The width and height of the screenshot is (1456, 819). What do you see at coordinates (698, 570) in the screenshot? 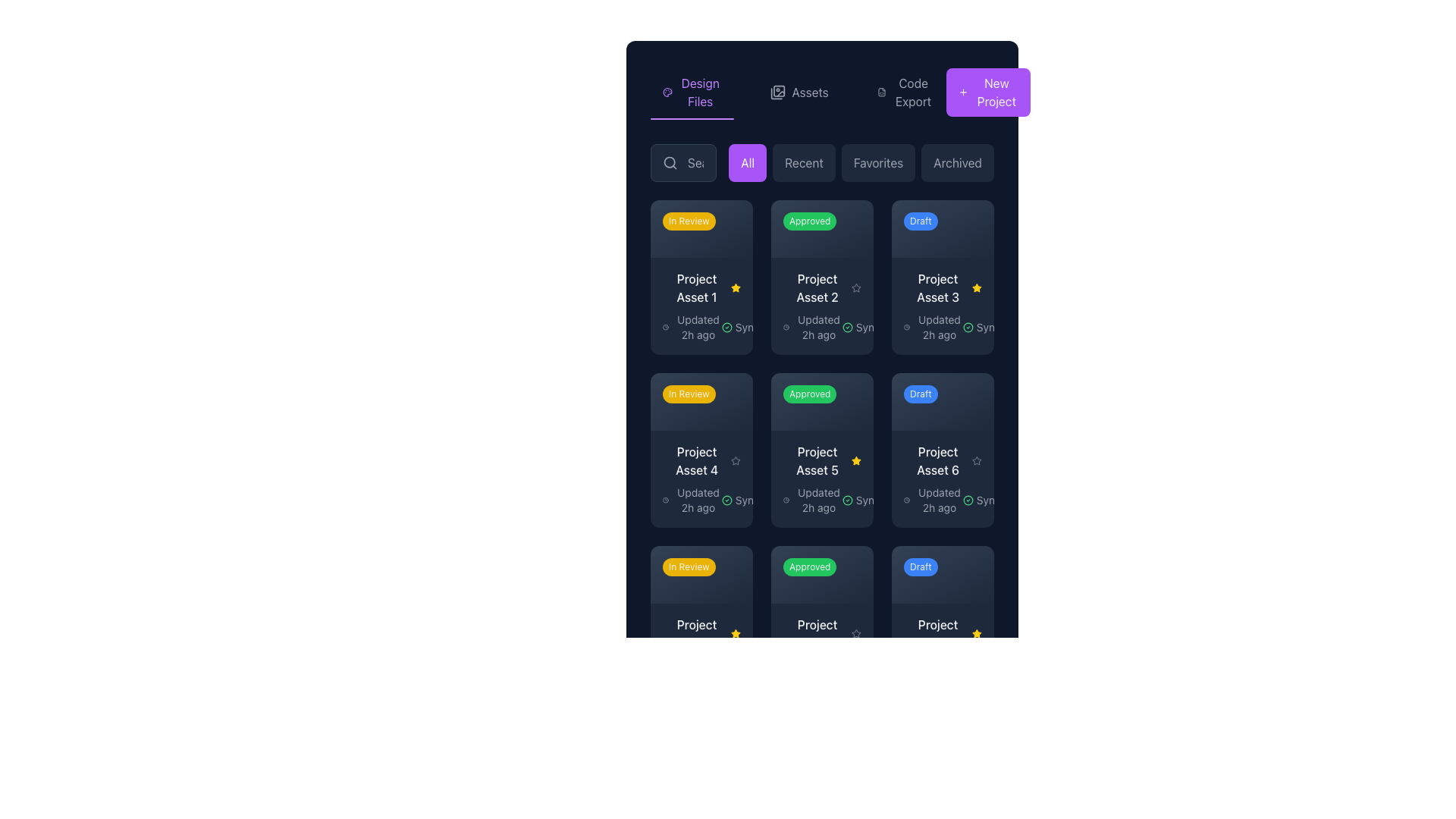
I see `the status information of the 'In Review' badge located in the lower section of the 'Project Asset 4' card, positioned below the card's title and above the 'Updated 2h ago' description` at bounding box center [698, 570].